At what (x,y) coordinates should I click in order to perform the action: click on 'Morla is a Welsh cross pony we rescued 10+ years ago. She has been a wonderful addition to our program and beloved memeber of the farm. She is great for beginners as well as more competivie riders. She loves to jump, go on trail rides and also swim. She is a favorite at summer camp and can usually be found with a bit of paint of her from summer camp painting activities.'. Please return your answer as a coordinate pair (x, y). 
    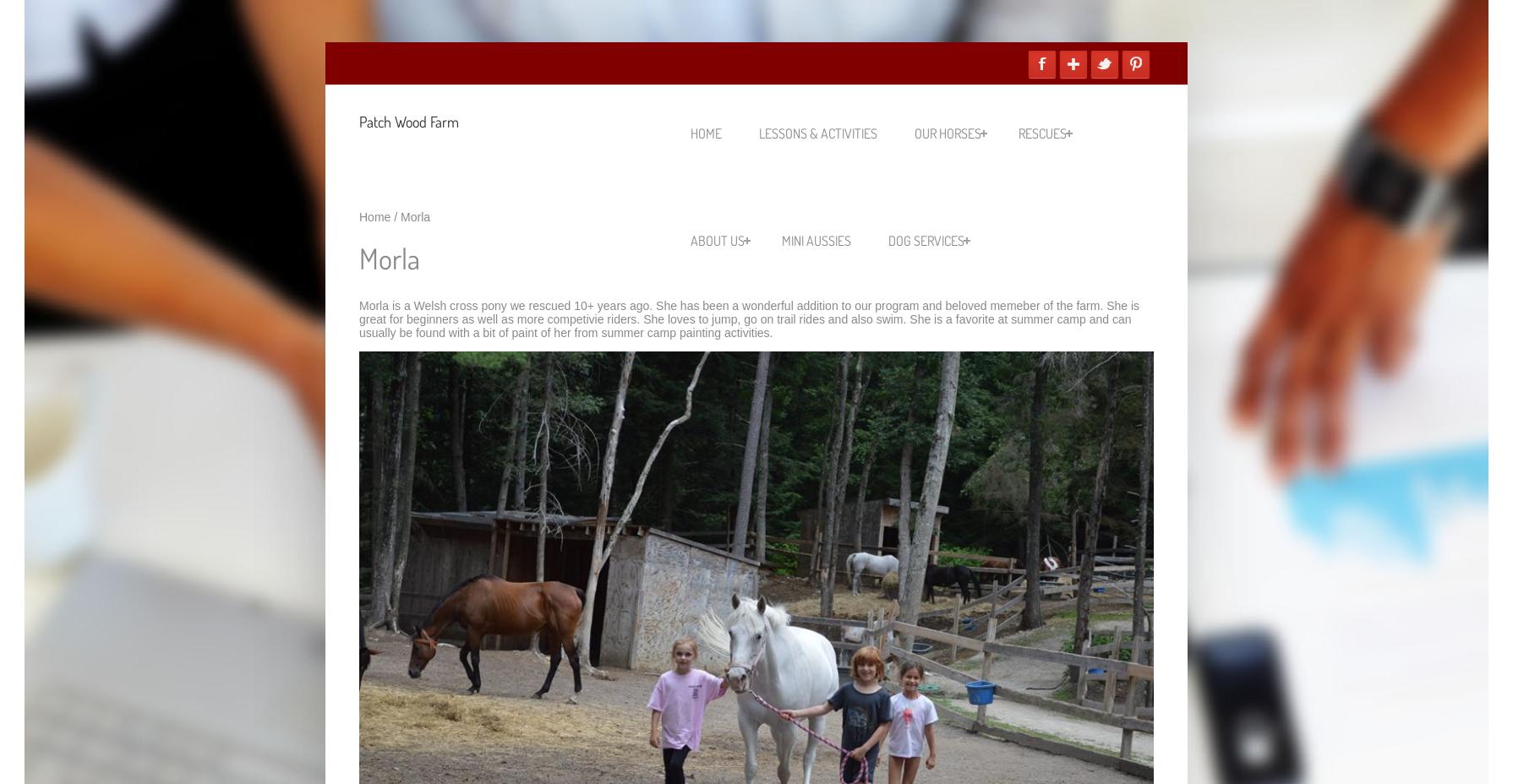
    Looking at the image, I should click on (748, 318).